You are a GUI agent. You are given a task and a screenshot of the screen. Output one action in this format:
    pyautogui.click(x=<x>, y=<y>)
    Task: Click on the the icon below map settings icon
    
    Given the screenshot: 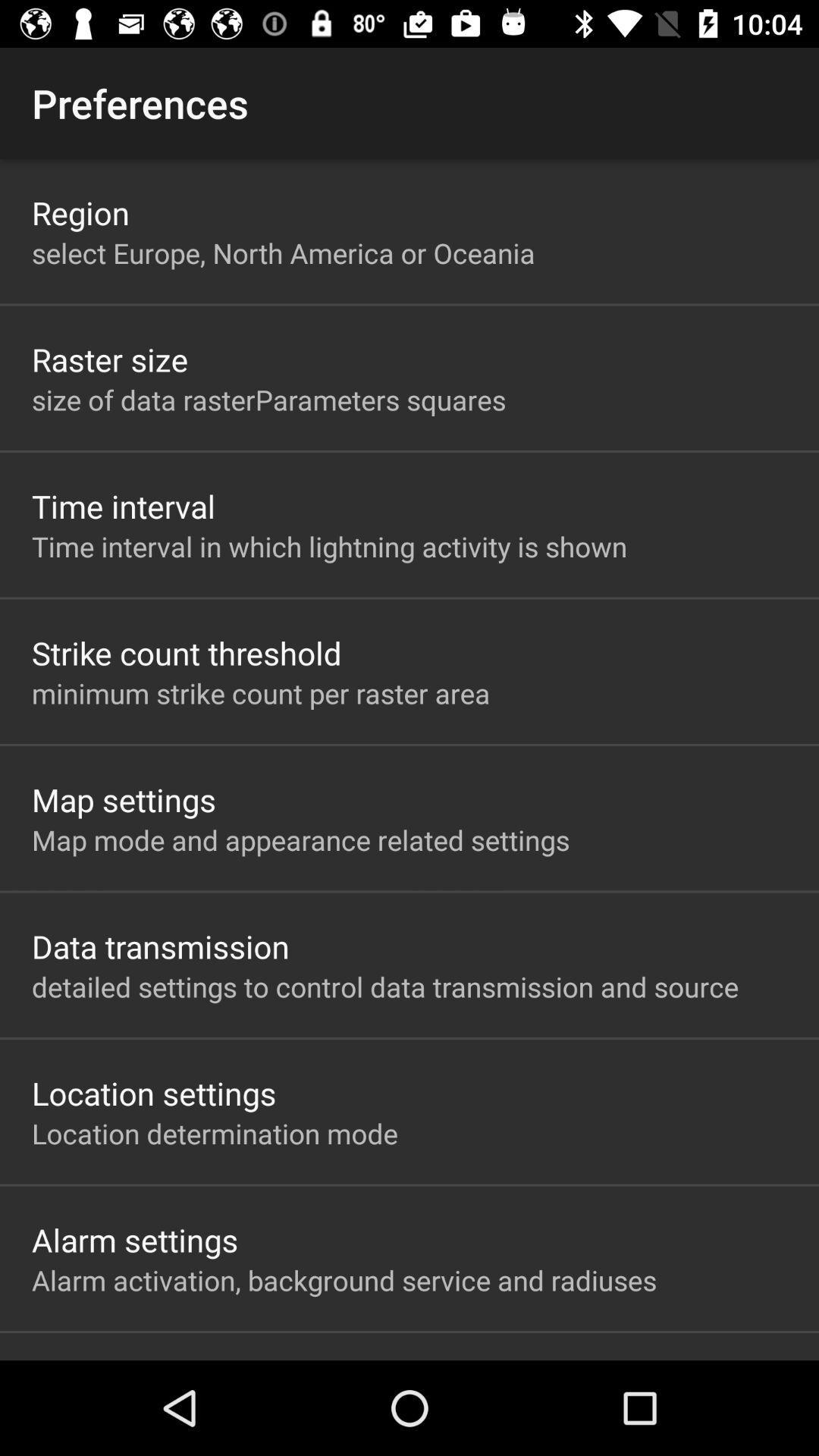 What is the action you would take?
    pyautogui.click(x=300, y=839)
    